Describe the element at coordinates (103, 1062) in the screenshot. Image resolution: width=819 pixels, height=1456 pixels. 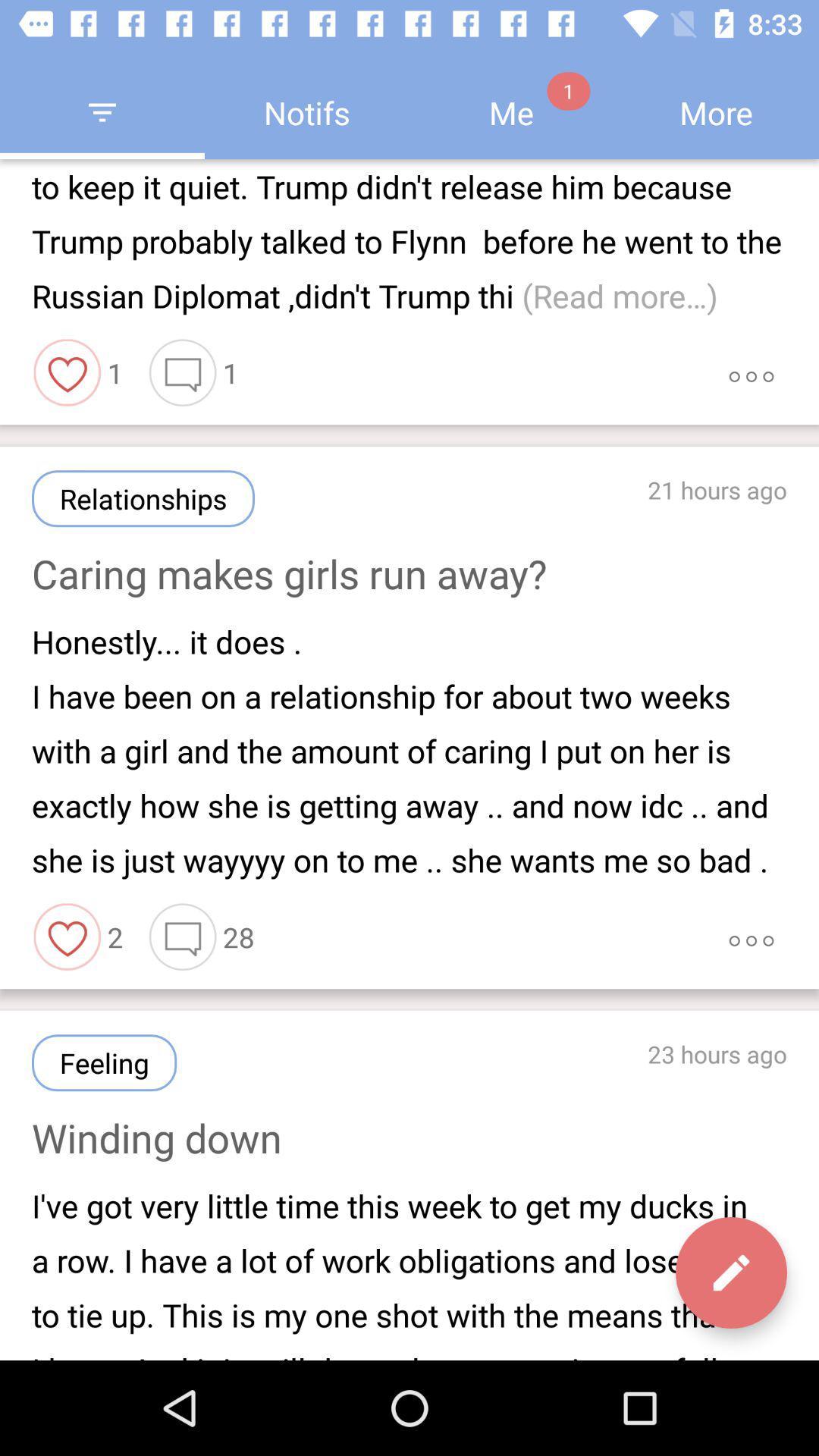
I see `item at the bottom left corner` at that location.